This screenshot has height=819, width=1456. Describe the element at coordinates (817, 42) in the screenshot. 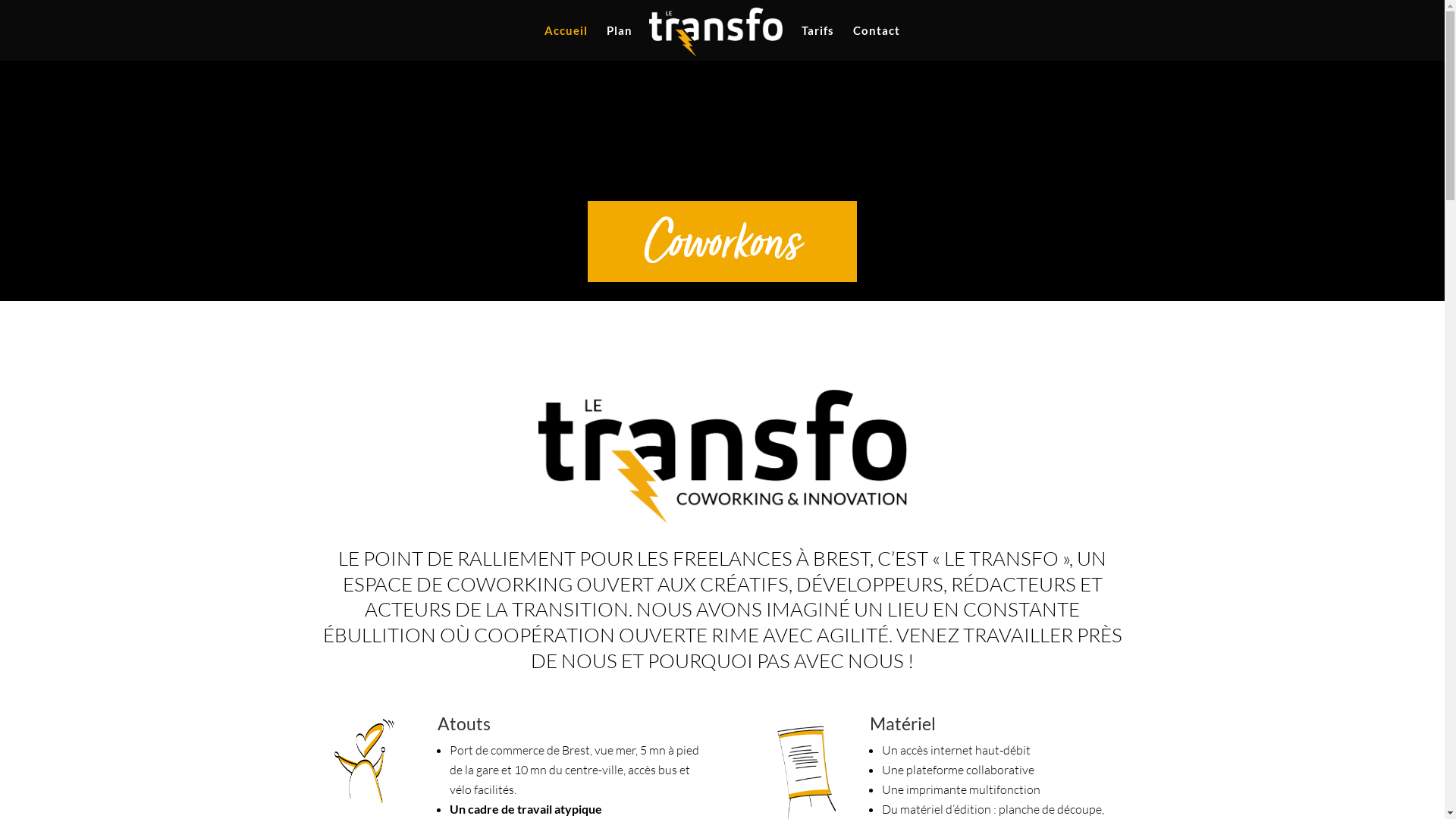

I see `'Tarifs'` at that location.